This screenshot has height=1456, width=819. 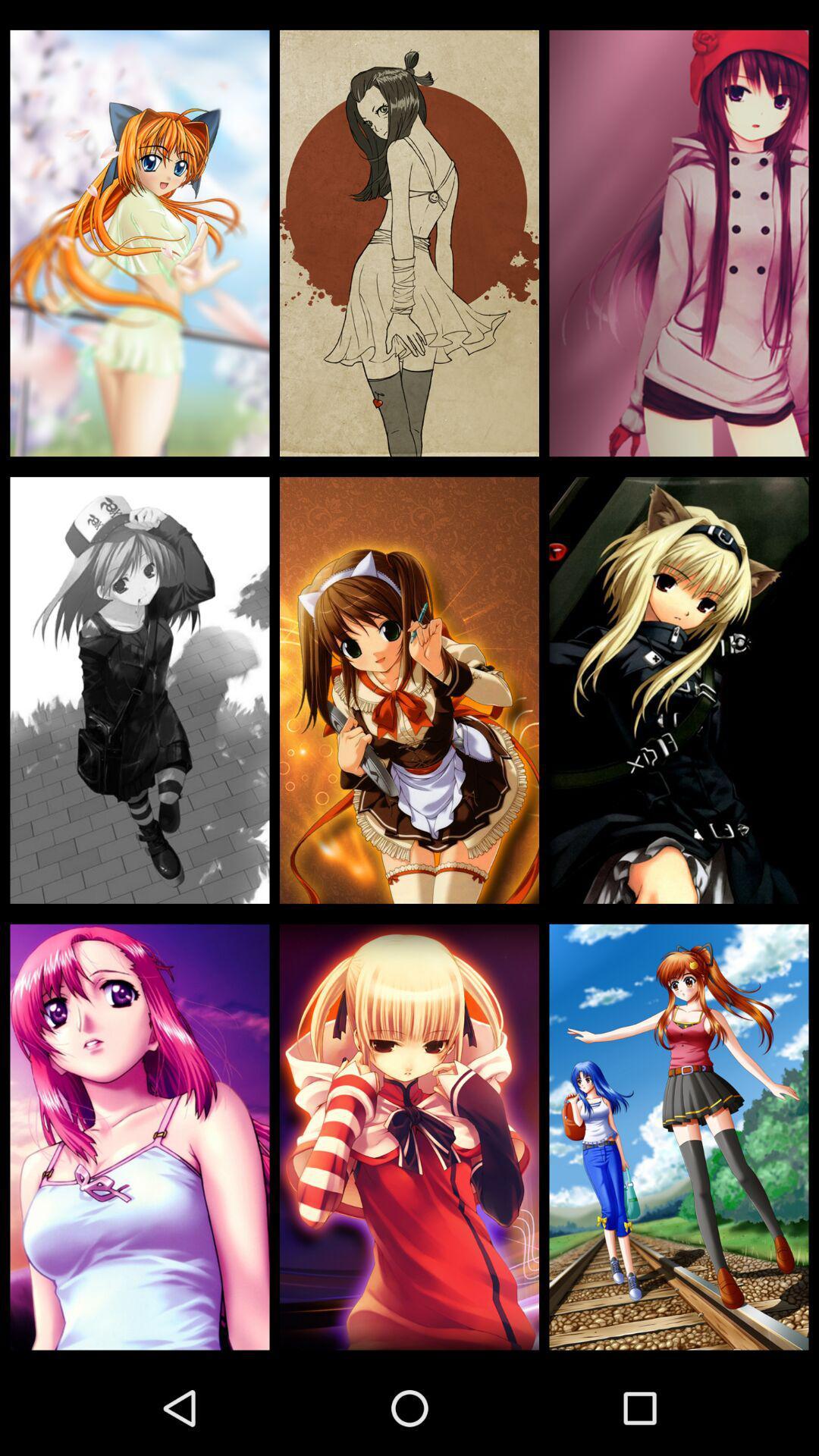 What do you see at coordinates (140, 243) in the screenshot?
I see `zoom in on this picture` at bounding box center [140, 243].